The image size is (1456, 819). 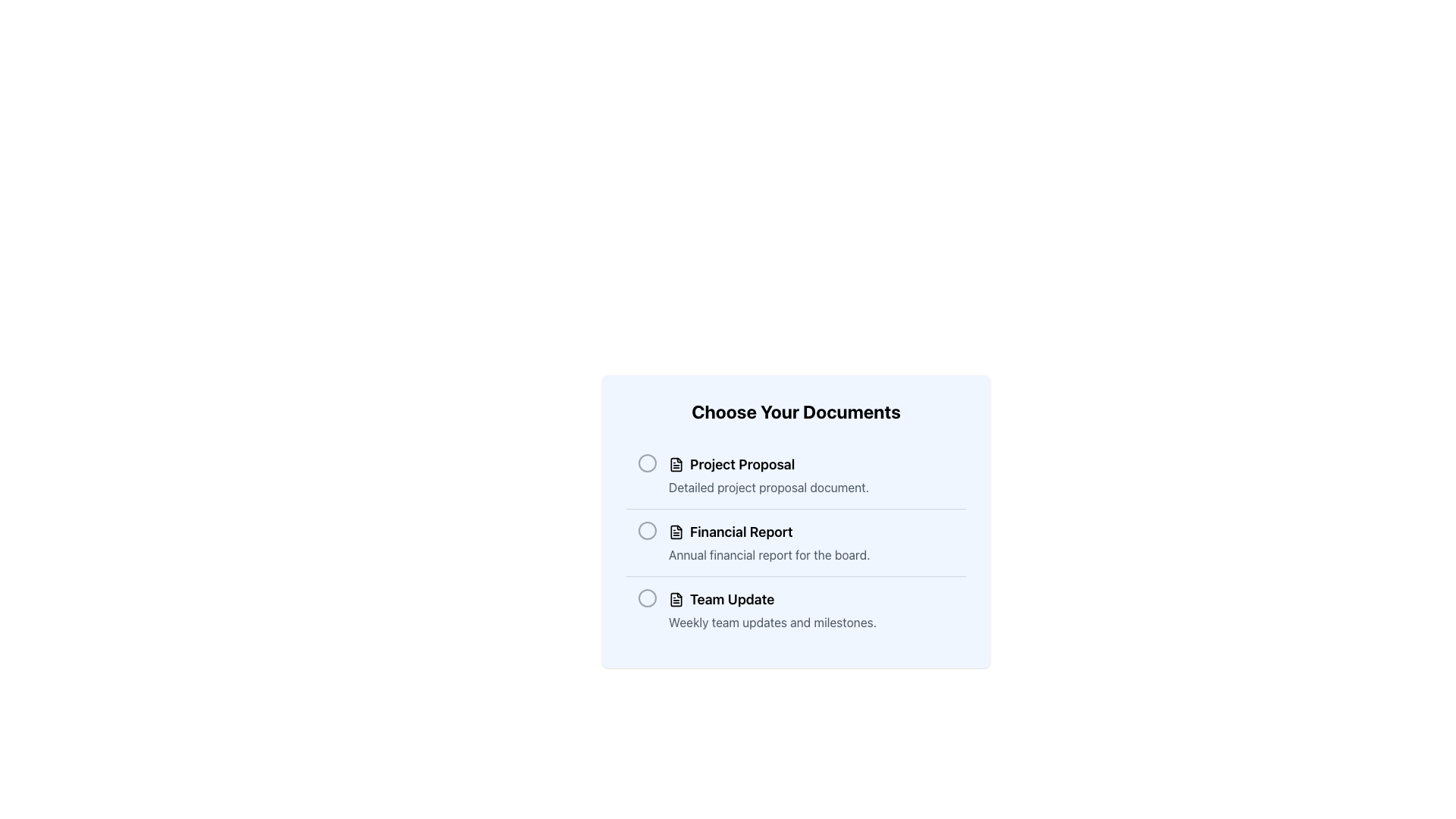 I want to click on informative Text Label that accompanies the 'Team Update' heading, positioned below it in the layout, so click(x=773, y=623).